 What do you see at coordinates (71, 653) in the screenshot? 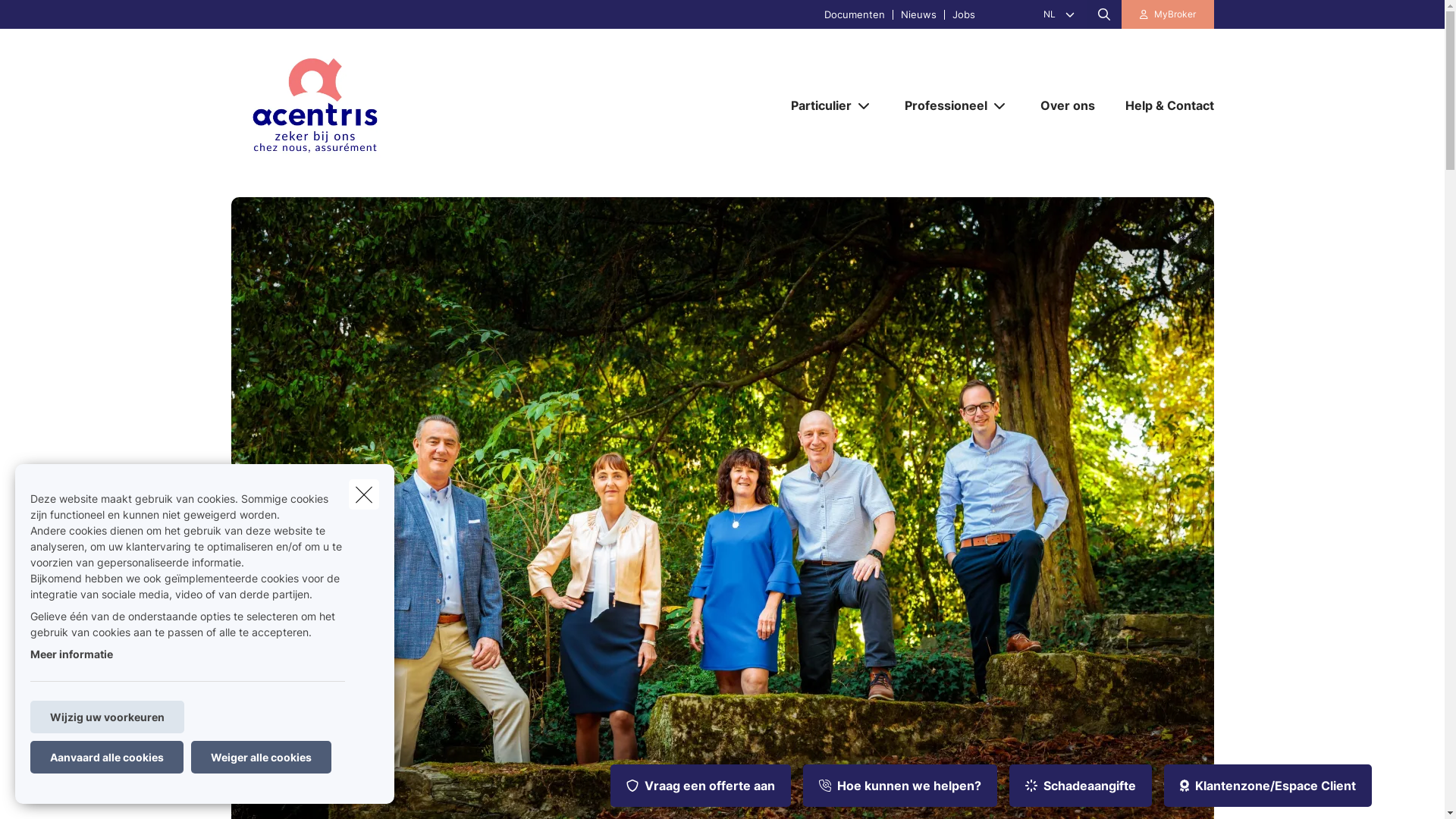
I see `'Meer informatie'` at bounding box center [71, 653].